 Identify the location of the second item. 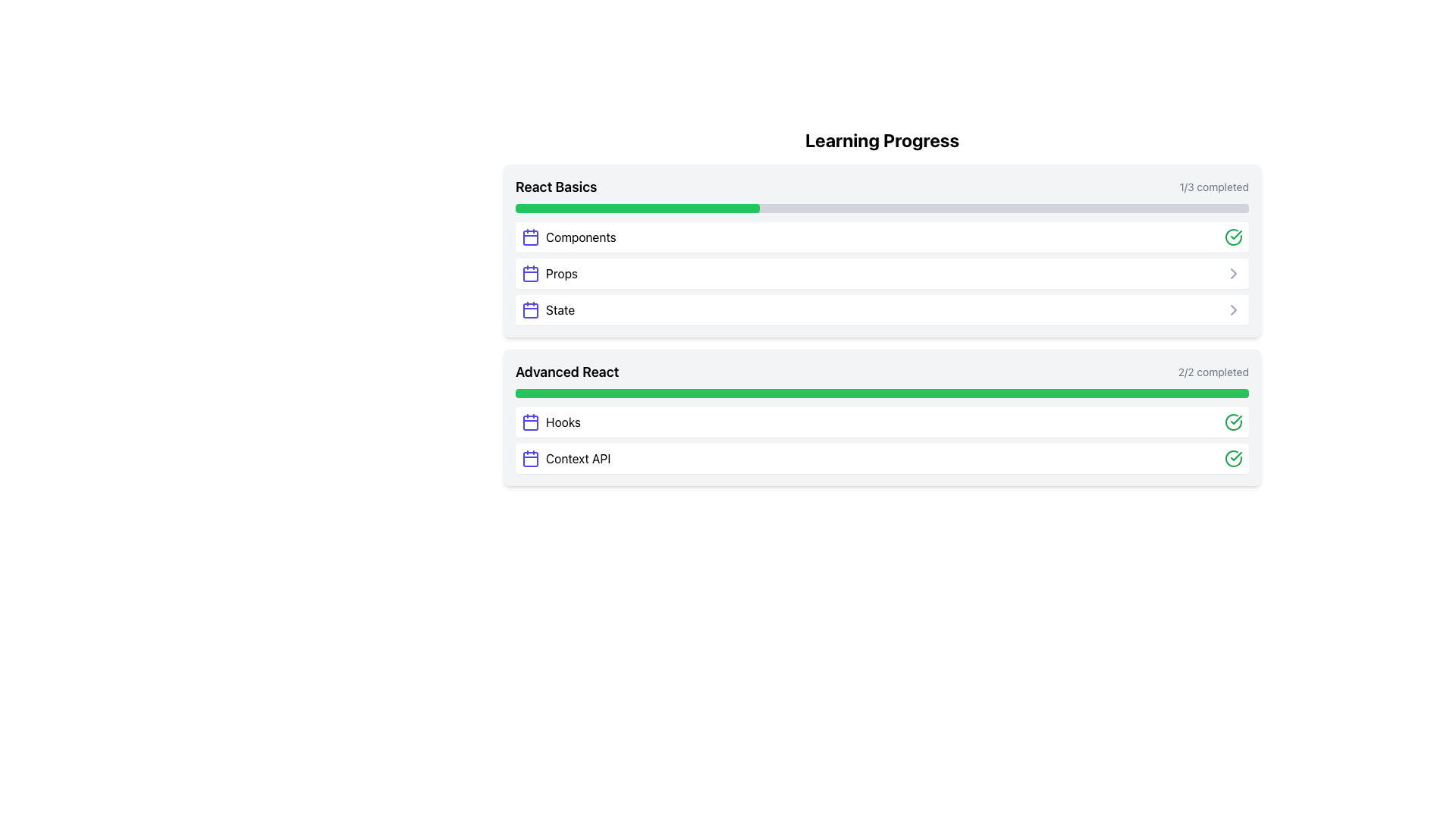
(882, 274).